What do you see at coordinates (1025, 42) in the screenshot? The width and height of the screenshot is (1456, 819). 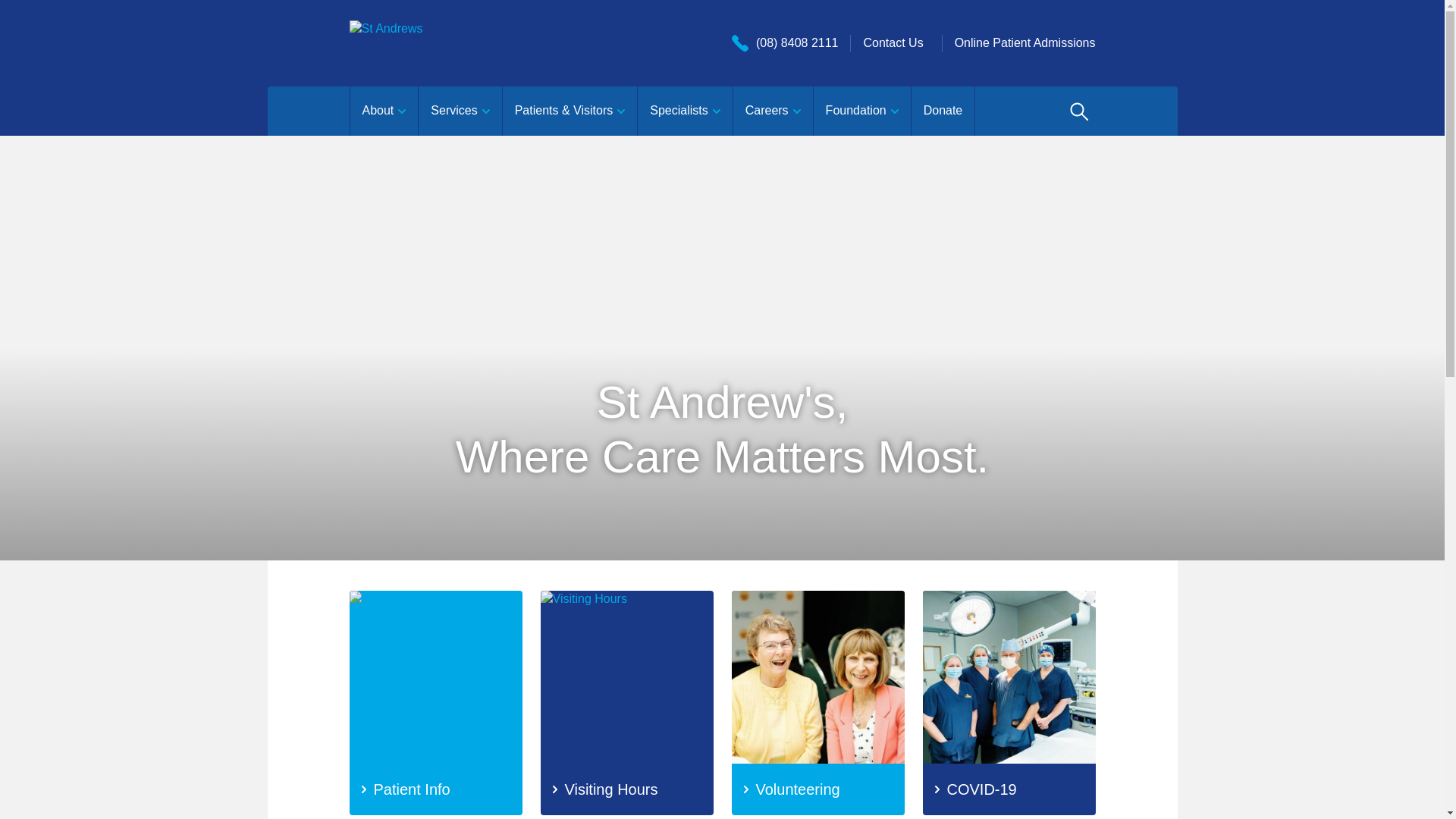 I see `'Online Patient Admissions'` at bounding box center [1025, 42].